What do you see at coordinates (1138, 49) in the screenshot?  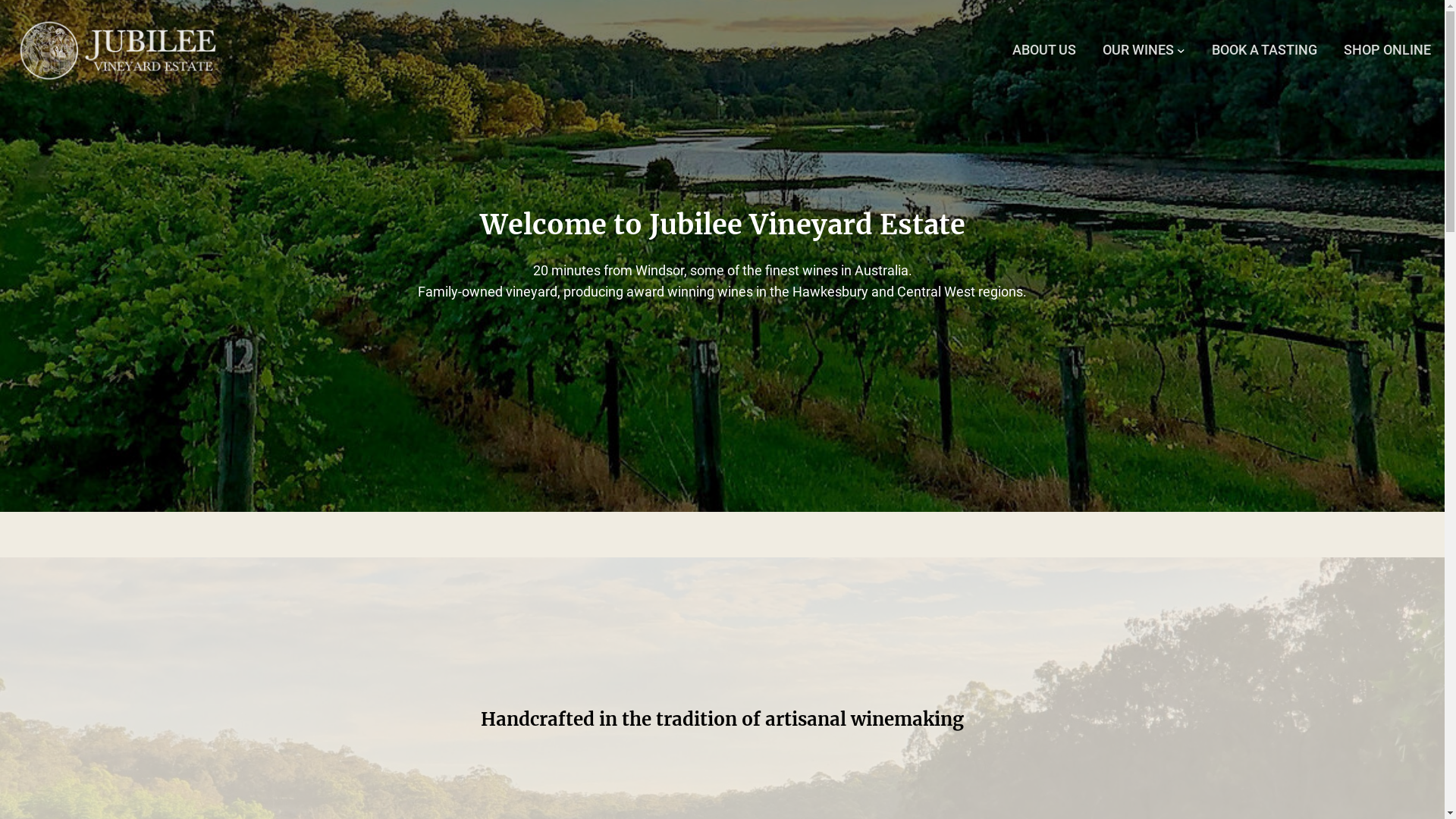 I see `'OUR WINES'` at bounding box center [1138, 49].